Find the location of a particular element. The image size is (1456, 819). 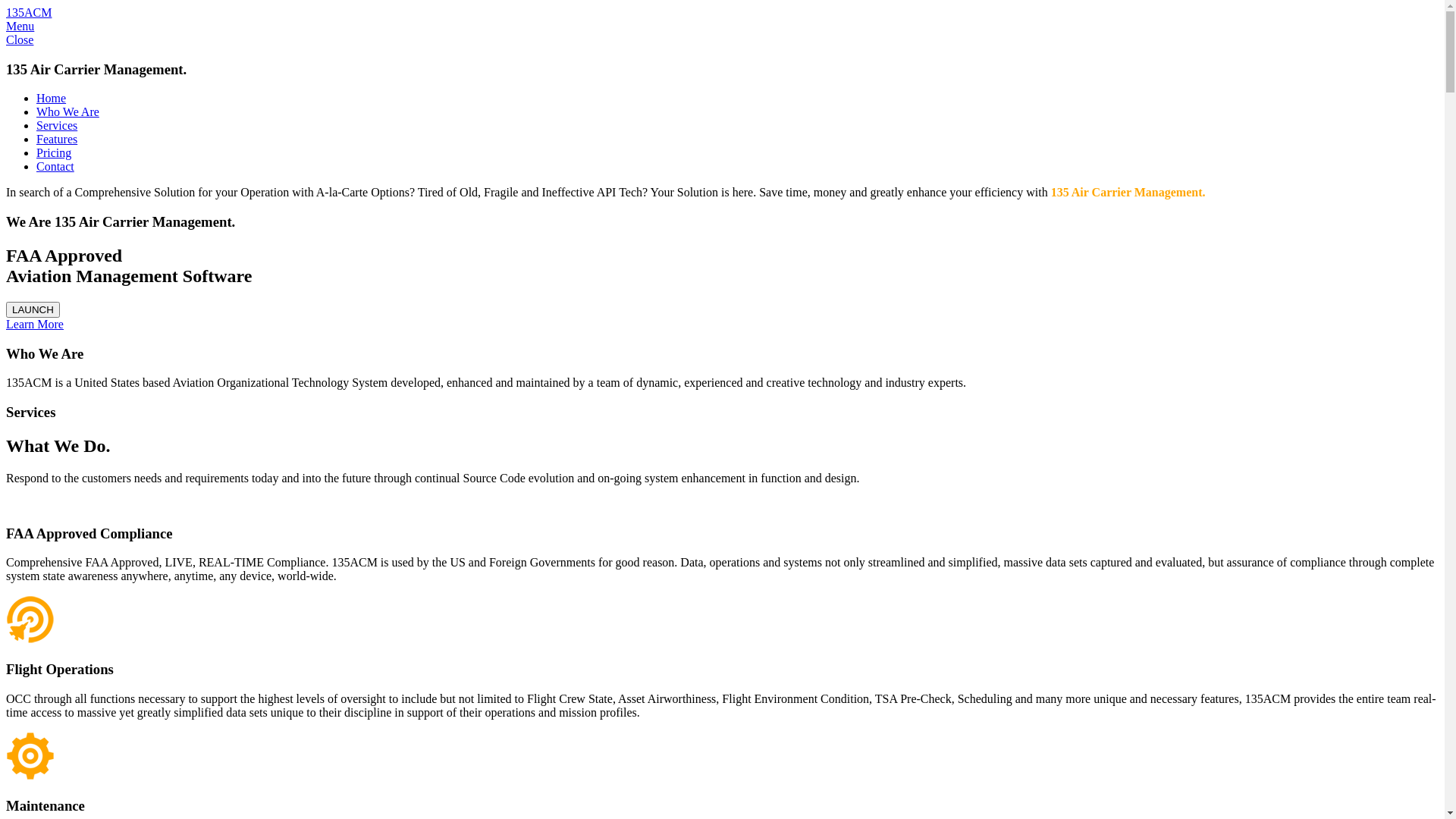

'Who We Are' is located at coordinates (67, 111).